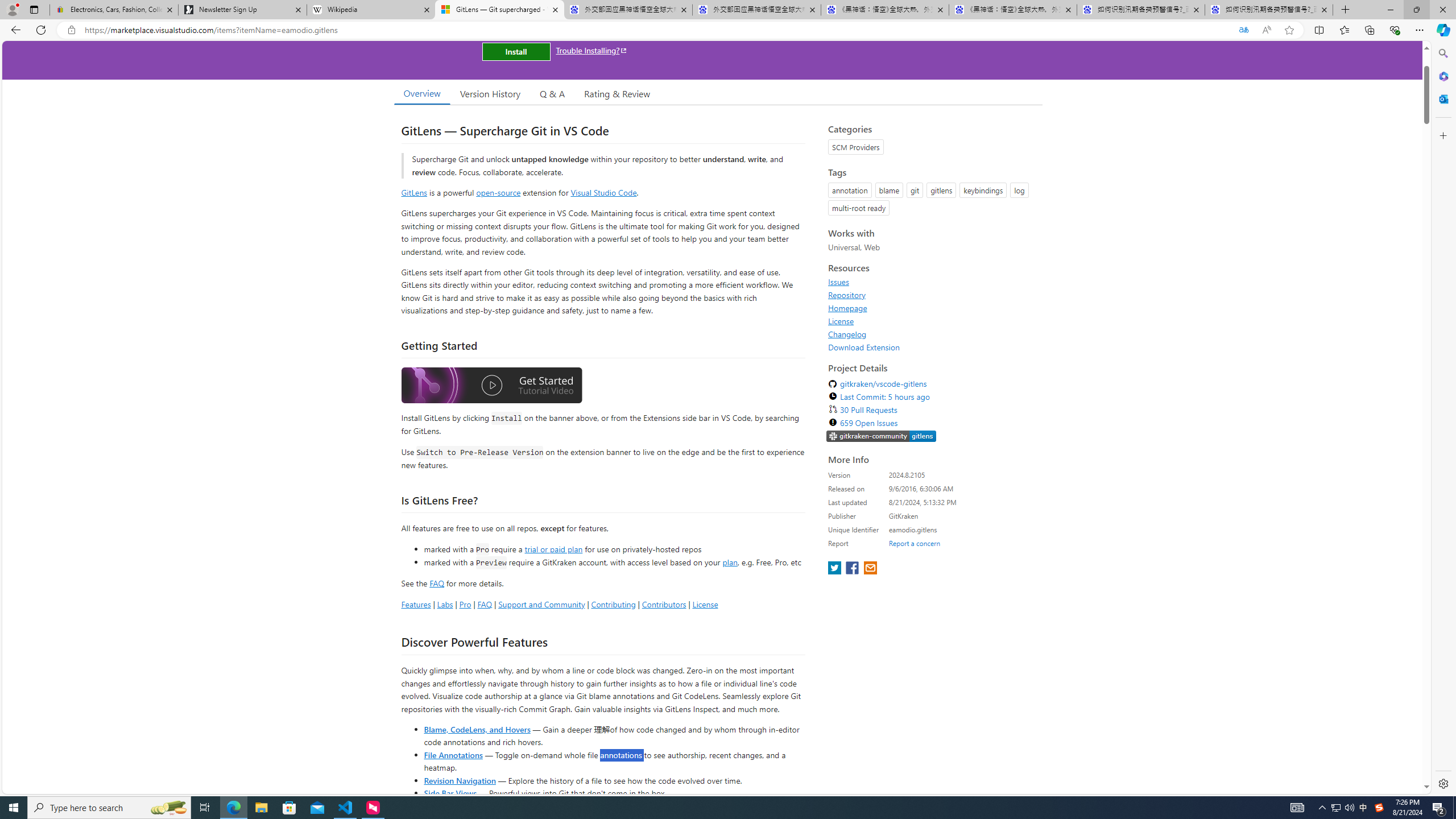  I want to click on 'Side Bar Views', so click(449, 792).